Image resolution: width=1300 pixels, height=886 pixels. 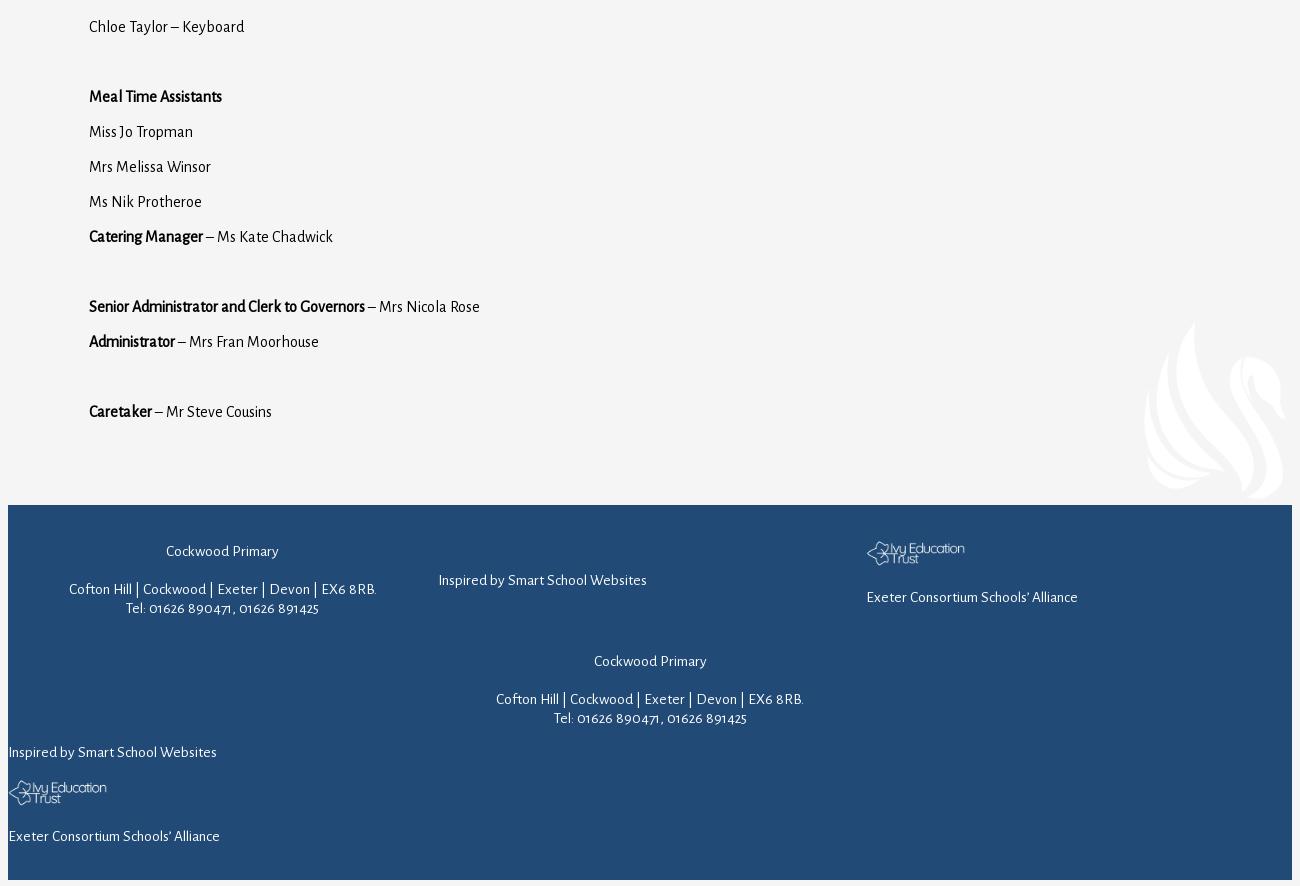 What do you see at coordinates (140, 131) in the screenshot?
I see `'Miss Jo Tropman'` at bounding box center [140, 131].